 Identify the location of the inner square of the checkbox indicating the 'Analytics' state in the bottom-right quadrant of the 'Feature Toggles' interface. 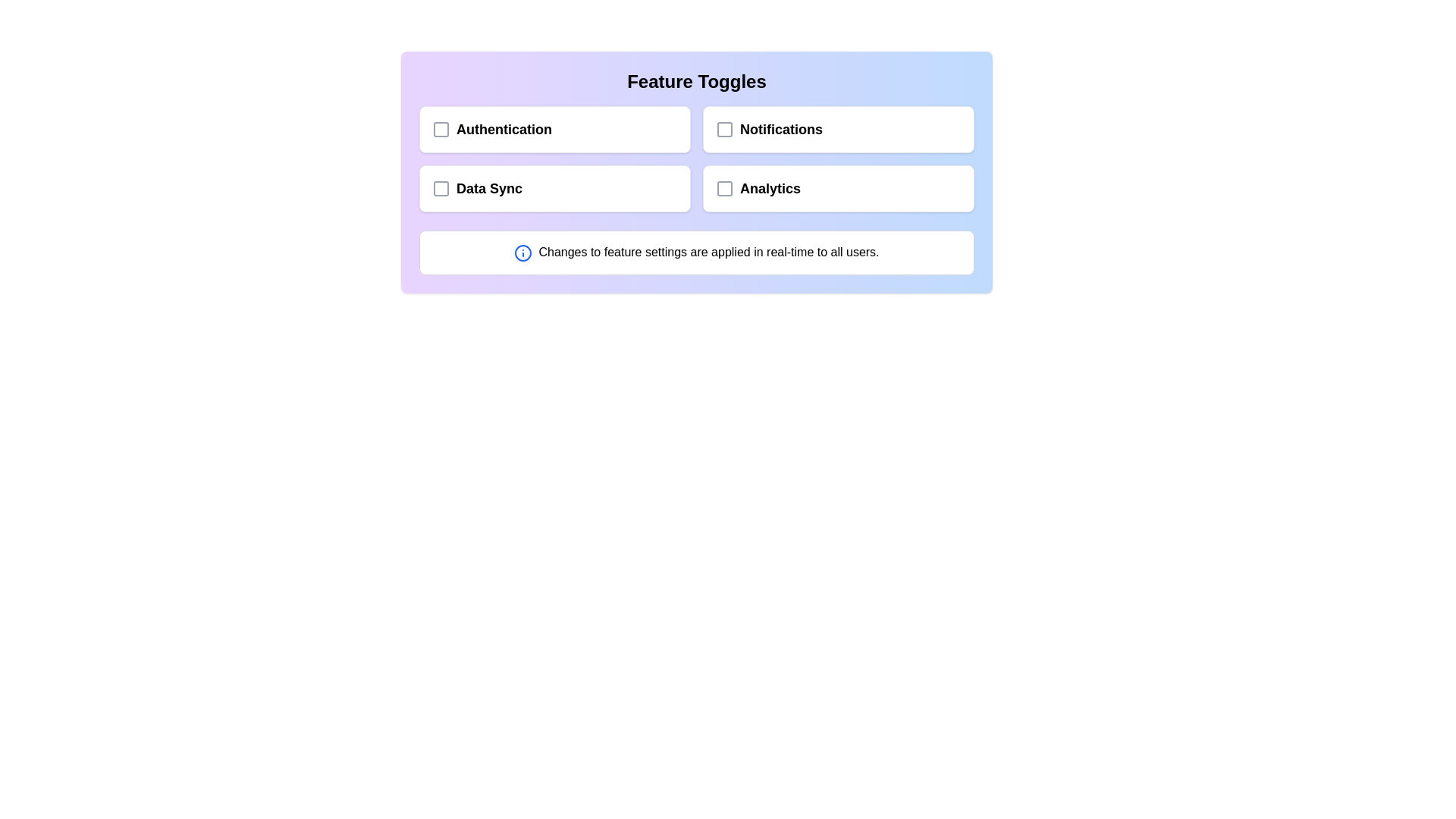
(723, 188).